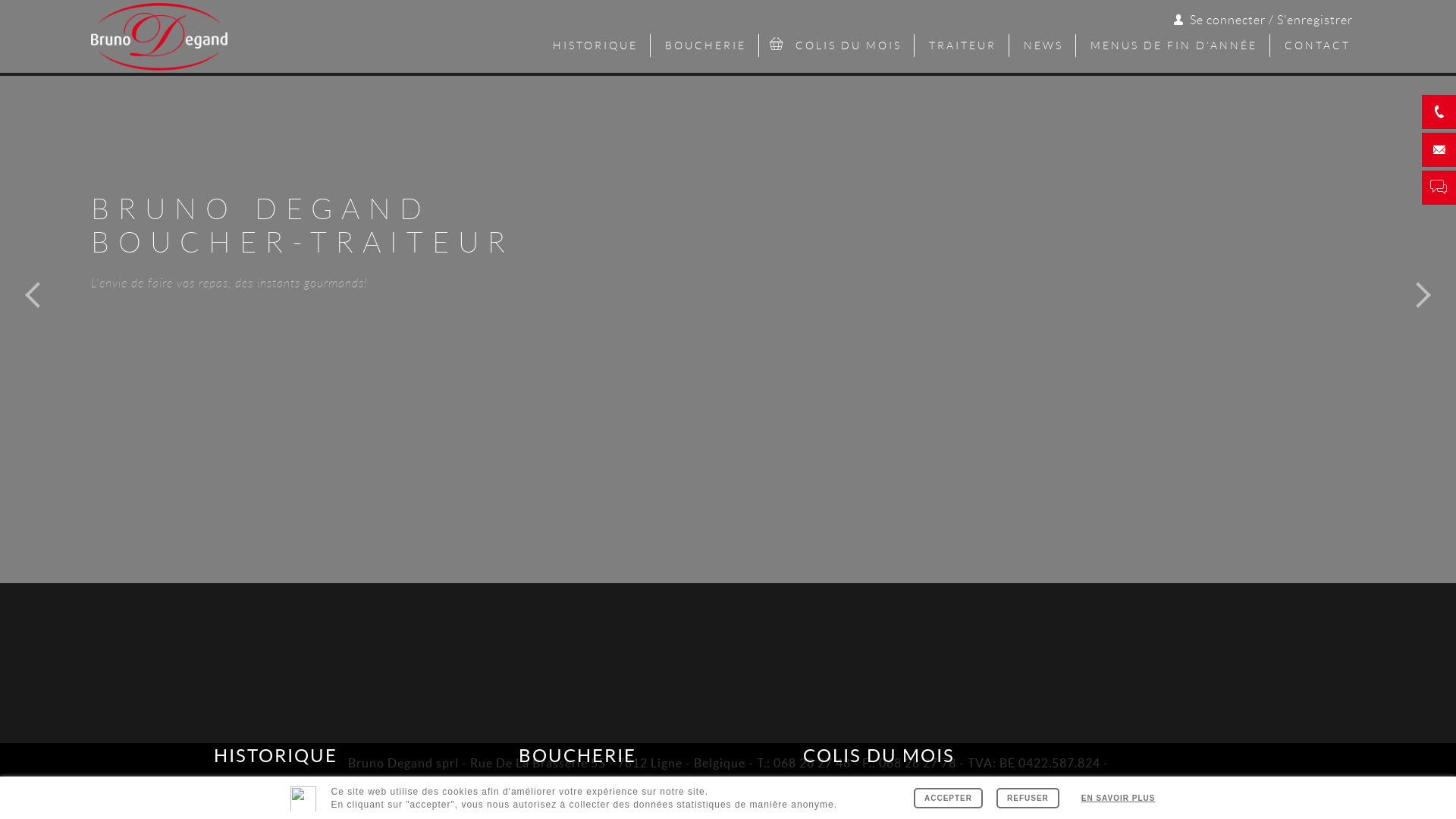  I want to click on 'CONTACT', so click(1316, 45).